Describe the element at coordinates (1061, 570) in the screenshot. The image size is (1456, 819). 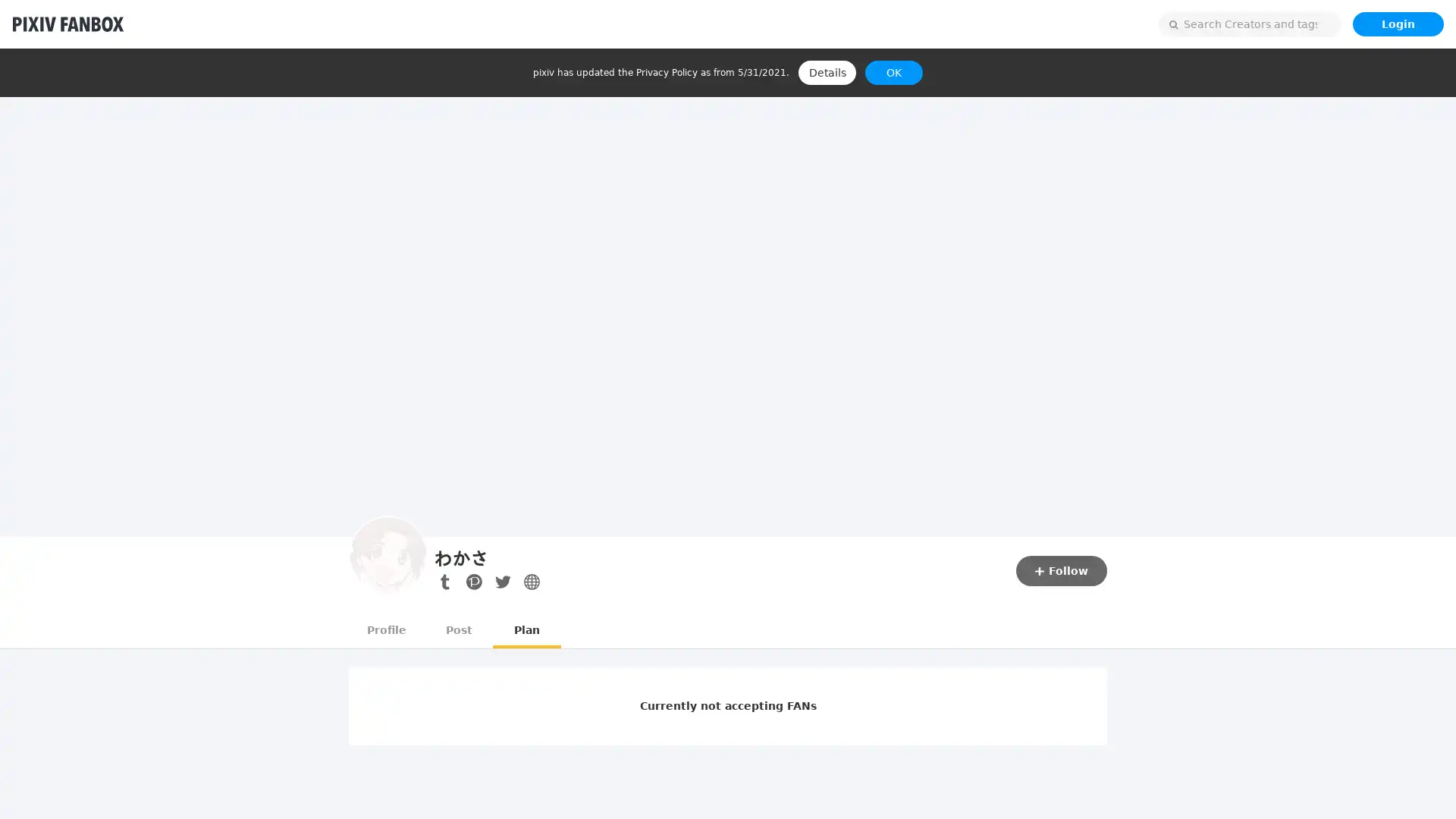
I see `Follow` at that location.